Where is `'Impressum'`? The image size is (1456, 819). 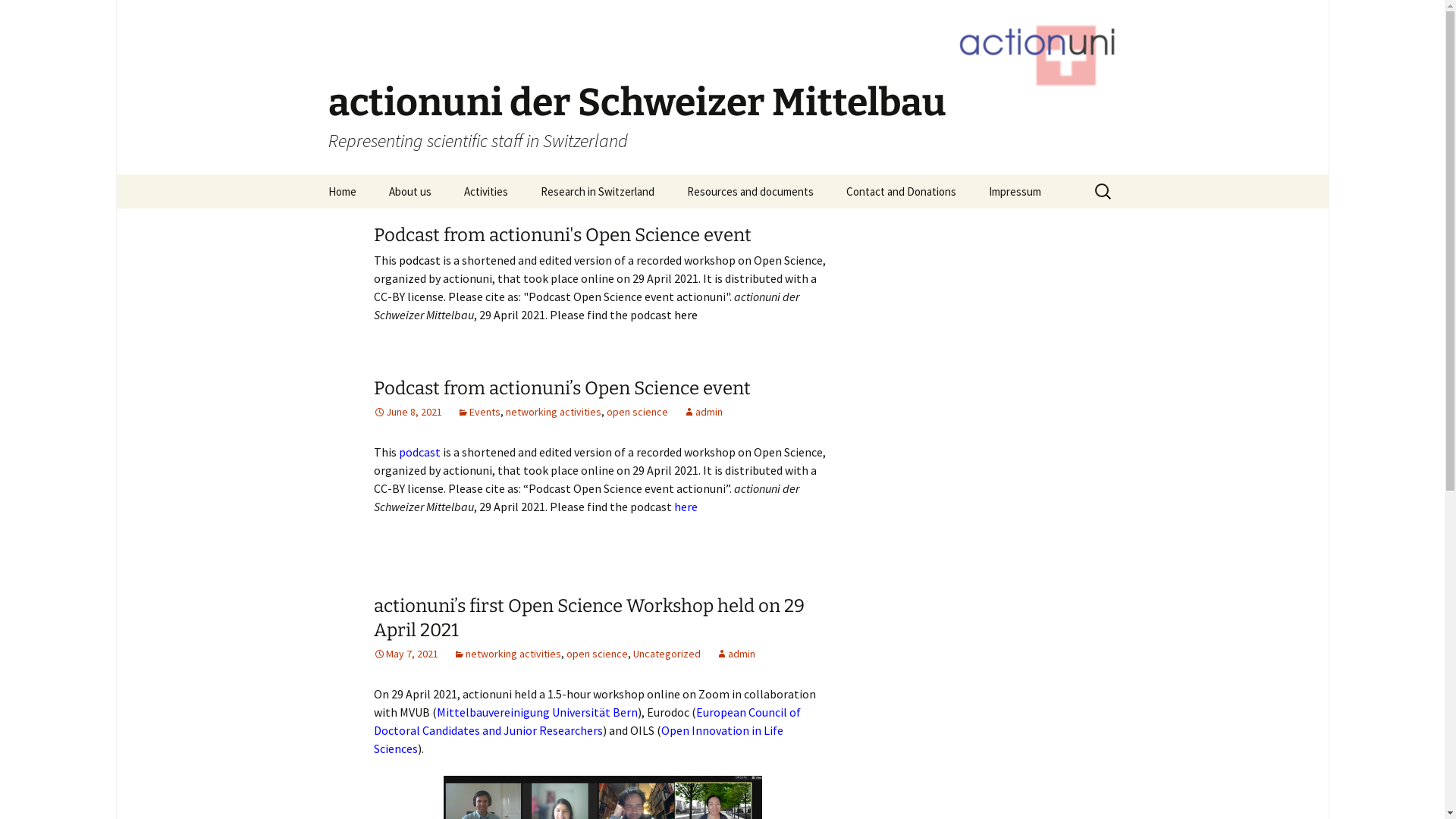
'Impressum' is located at coordinates (1015, 190).